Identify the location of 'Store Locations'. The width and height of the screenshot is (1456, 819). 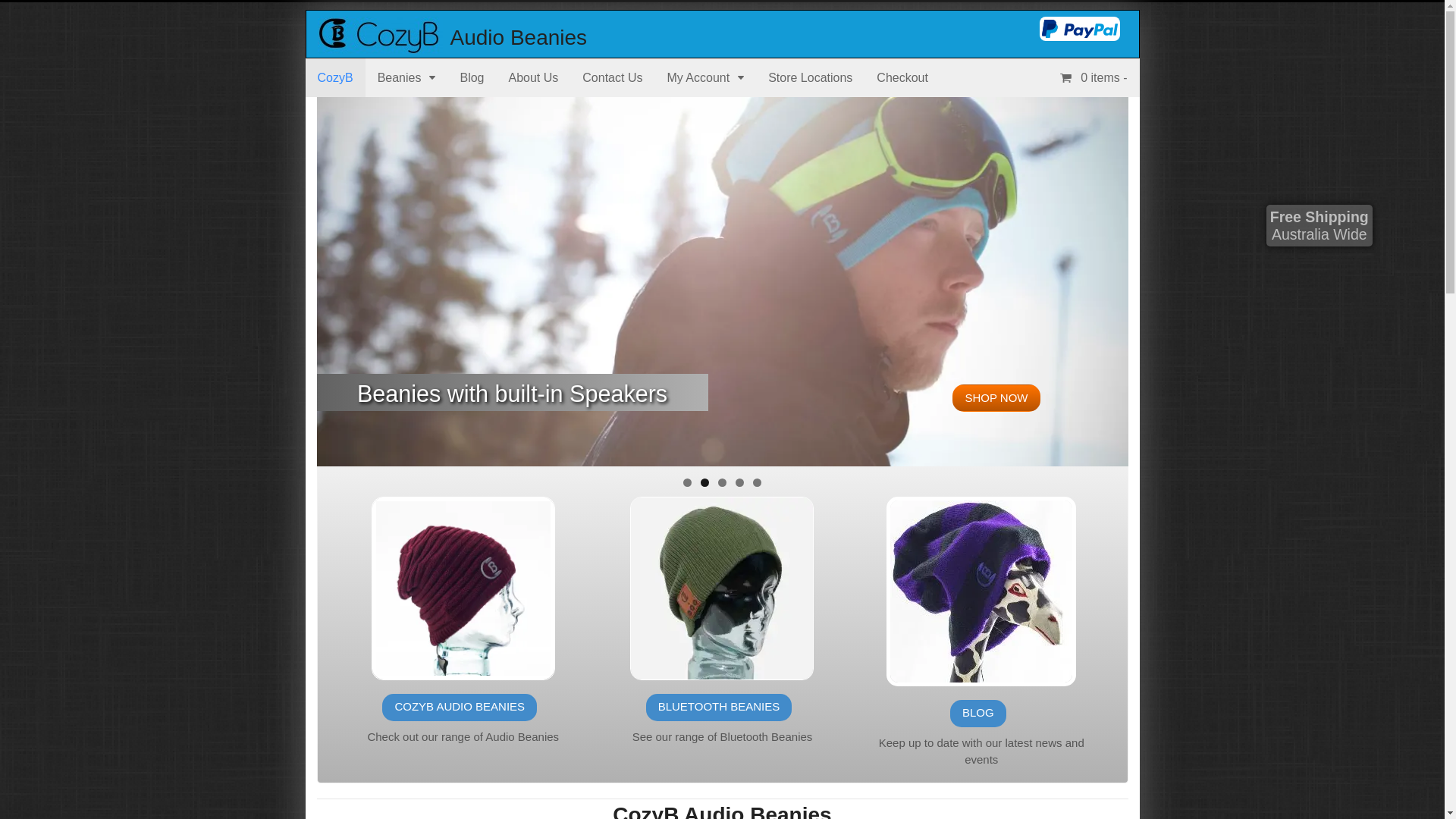
(809, 77).